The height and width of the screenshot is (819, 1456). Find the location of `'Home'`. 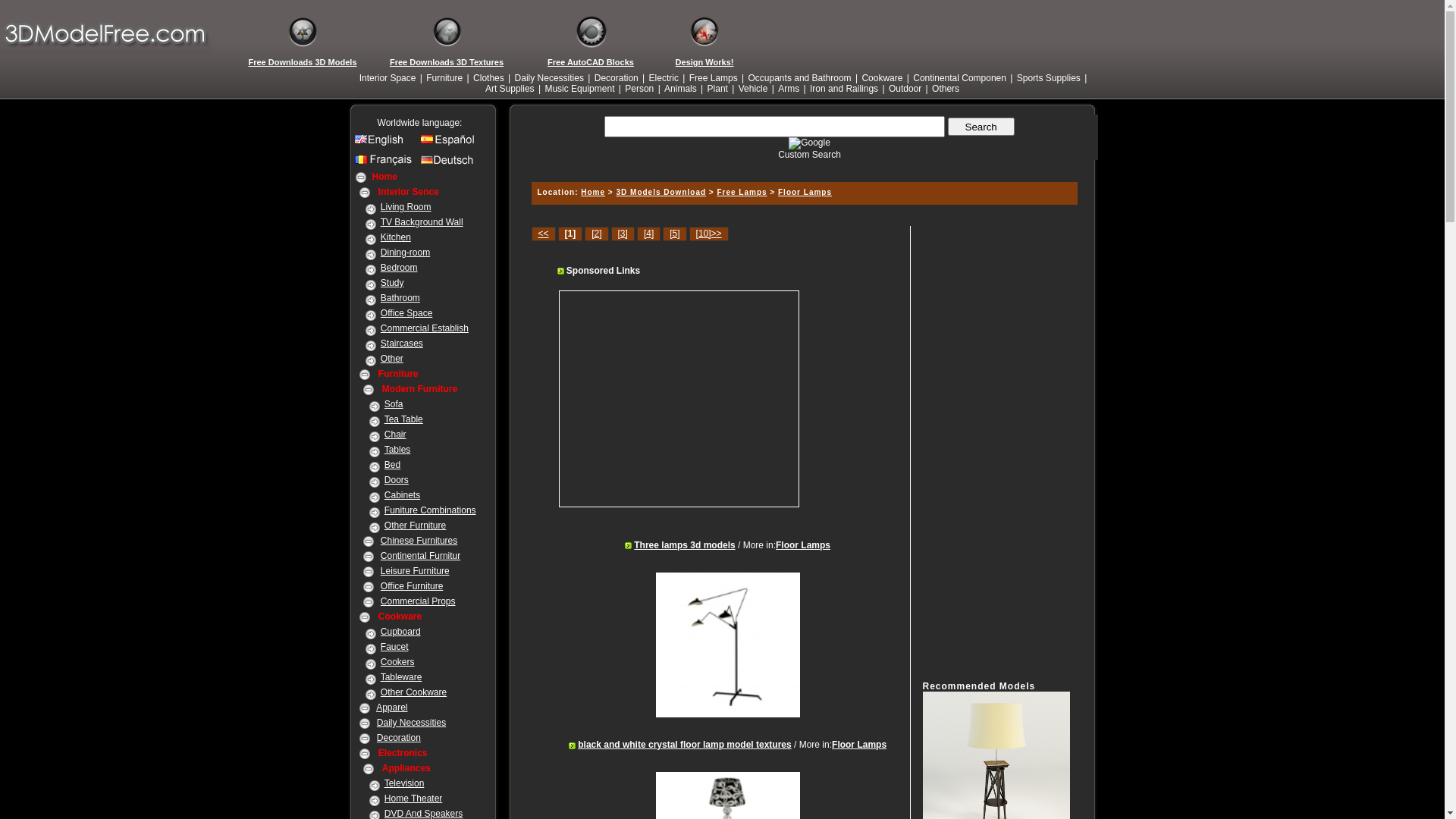

'Home' is located at coordinates (384, 175).